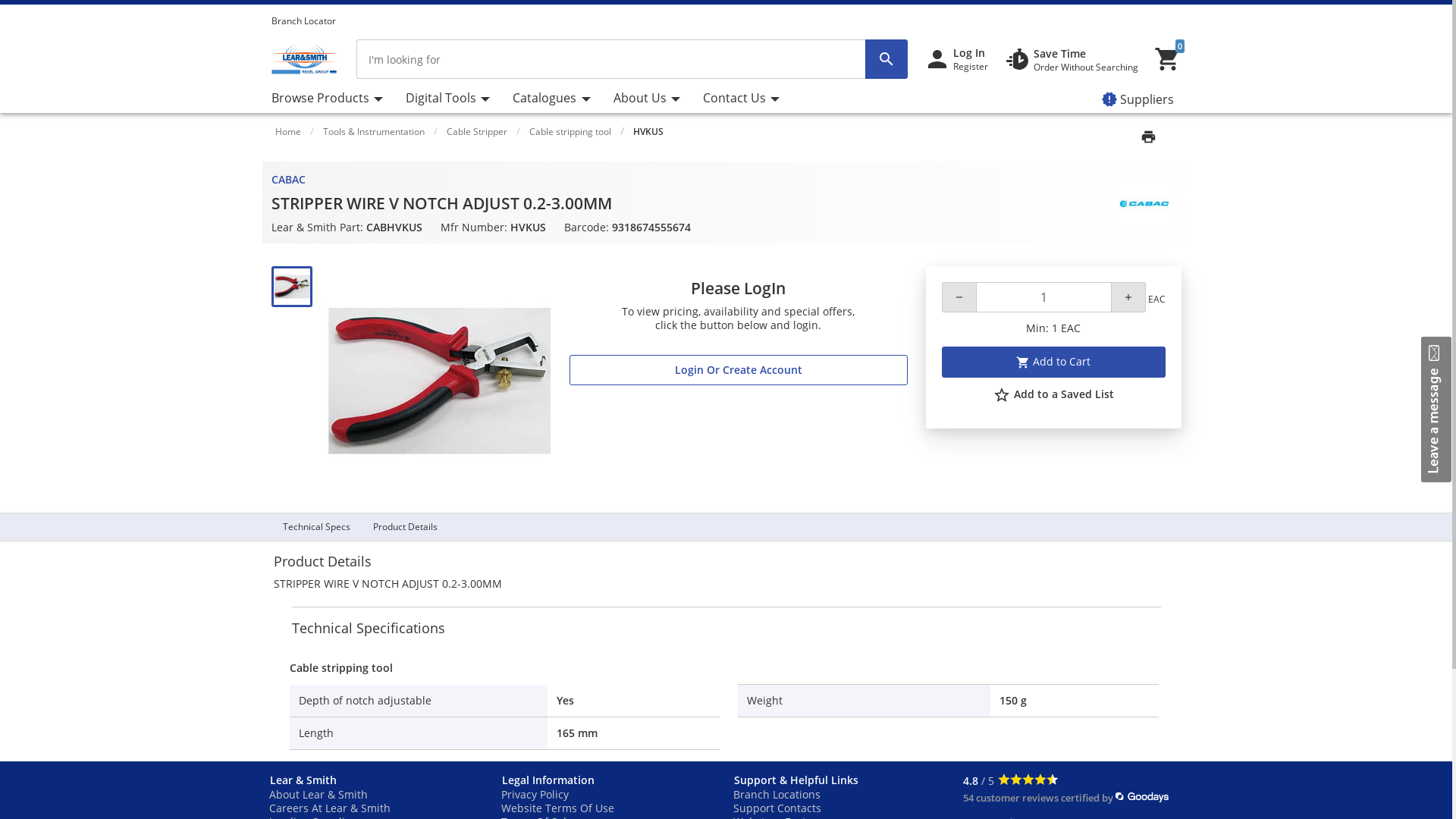 The height and width of the screenshot is (819, 1456). Describe the element at coordinates (287, 130) in the screenshot. I see `'Home'` at that location.